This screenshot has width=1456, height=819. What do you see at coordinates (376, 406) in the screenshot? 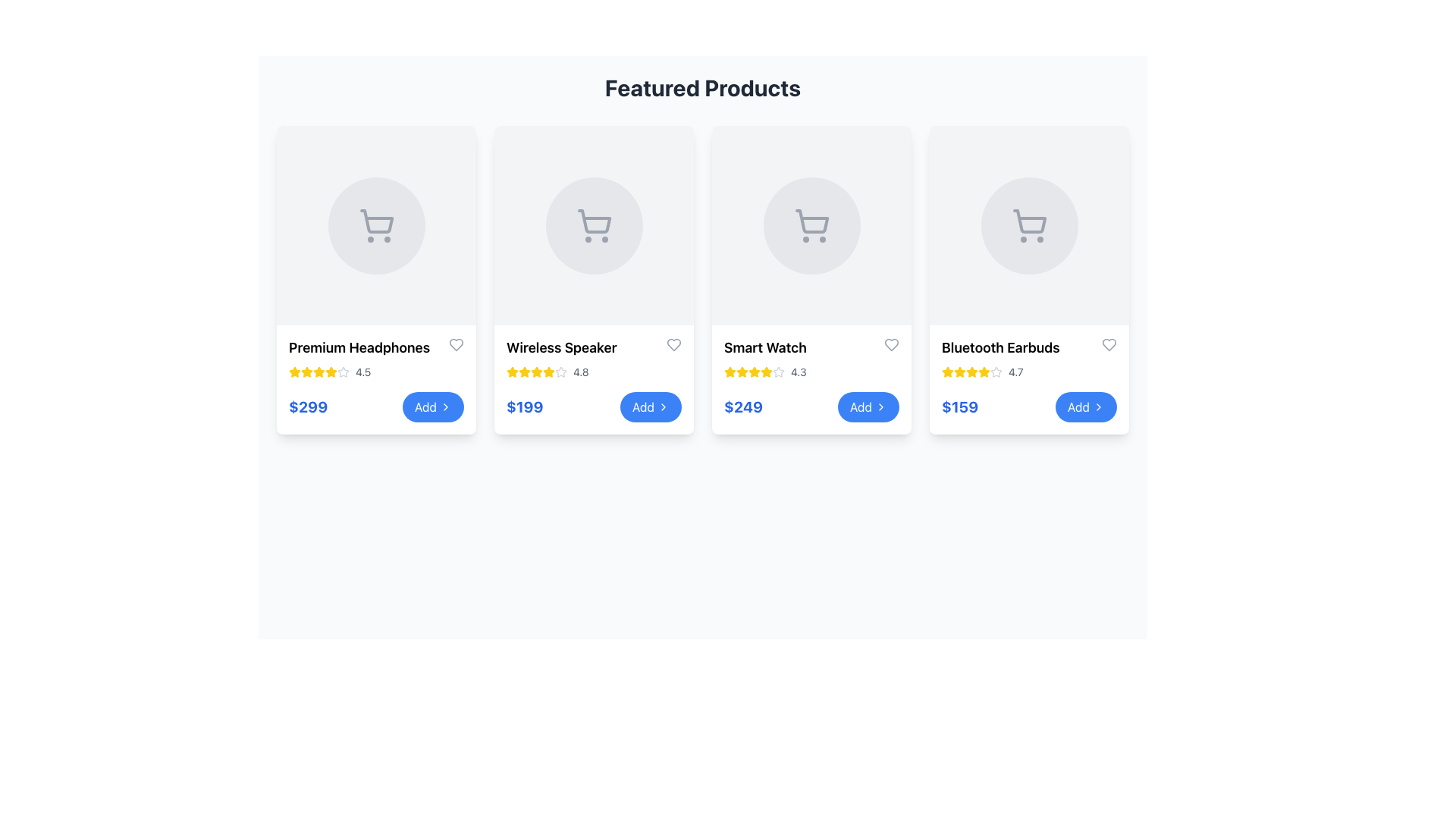
I see `the button located at the bottom of the 'Premium Headphones' product card` at bounding box center [376, 406].